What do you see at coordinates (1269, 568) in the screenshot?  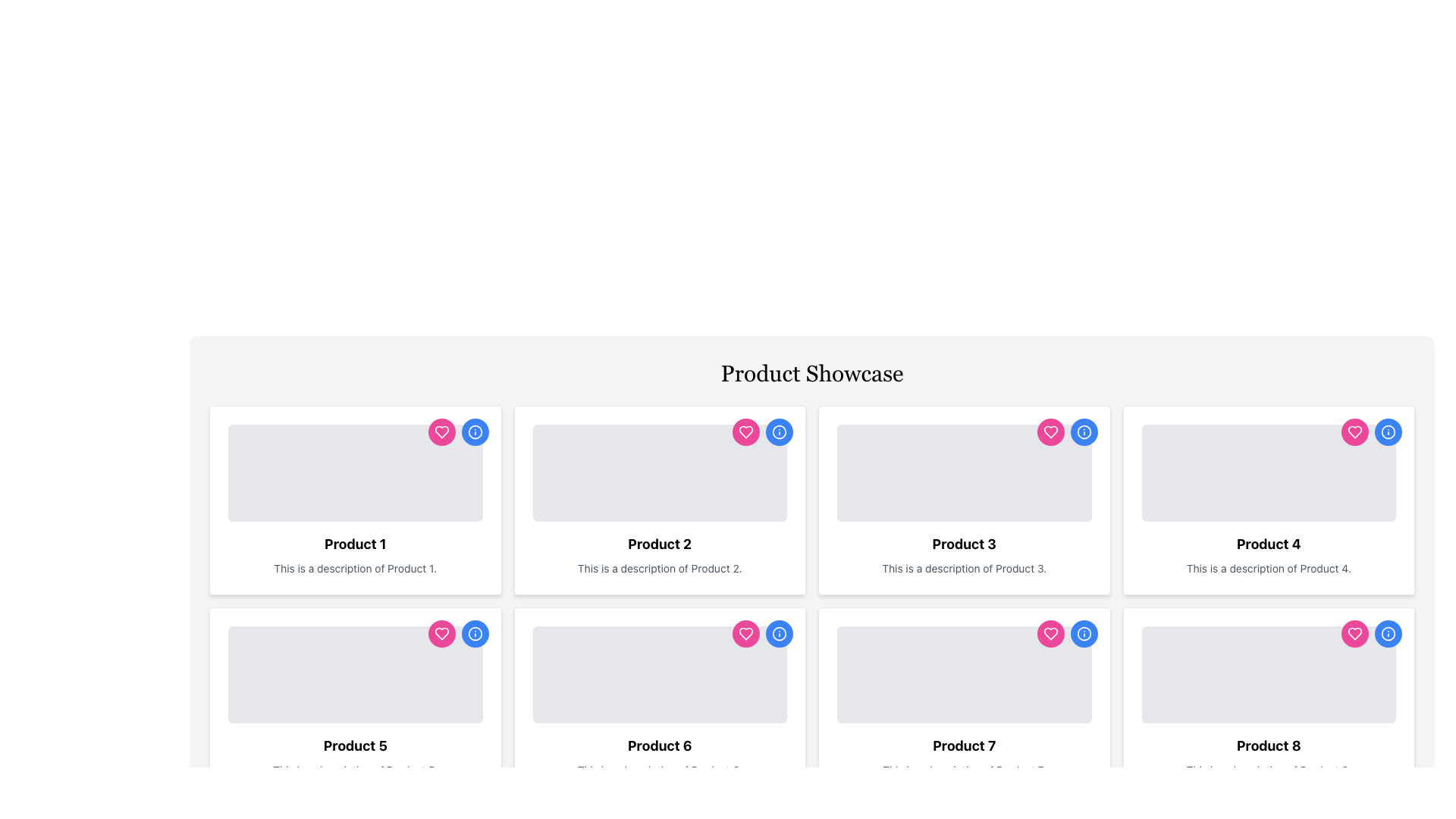 I see `the text label that reads 'This is a description of Product 4.' located under the heading 'Product 4' in the card layout` at bounding box center [1269, 568].